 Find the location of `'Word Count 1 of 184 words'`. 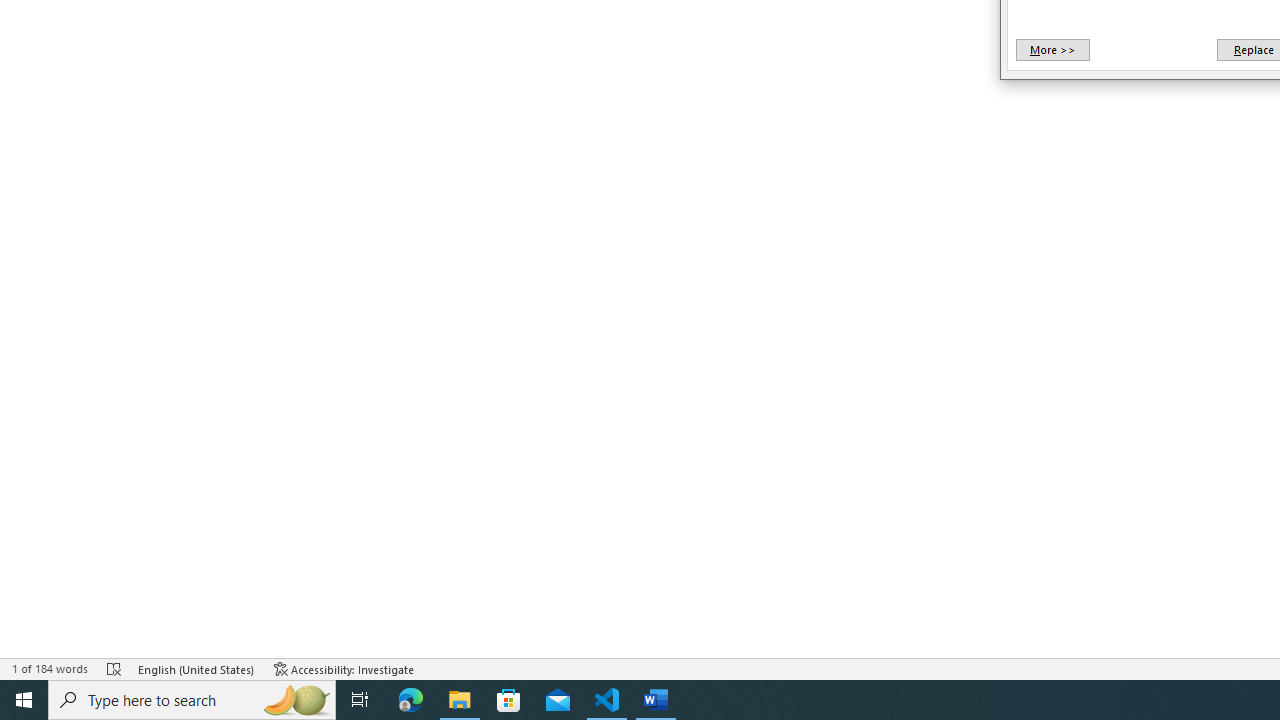

'Word Count 1 of 184 words' is located at coordinates (49, 669).